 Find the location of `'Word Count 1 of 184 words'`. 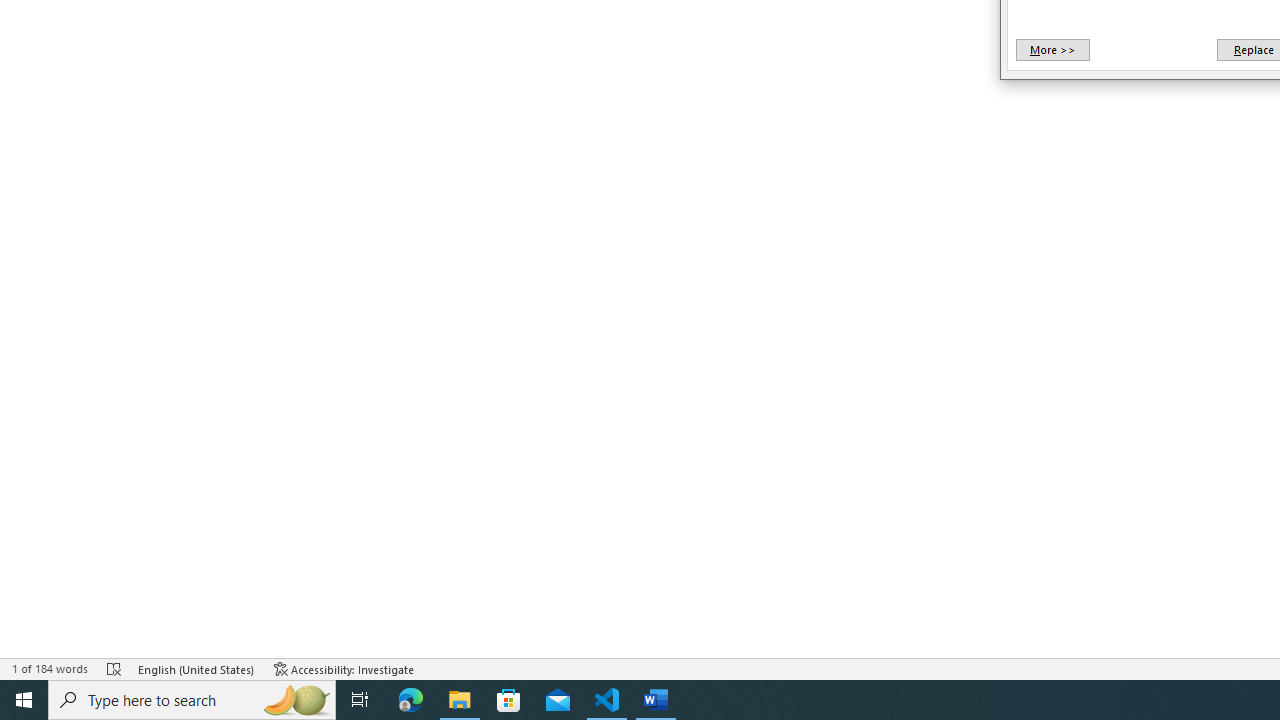

'Word Count 1 of 184 words' is located at coordinates (49, 669).